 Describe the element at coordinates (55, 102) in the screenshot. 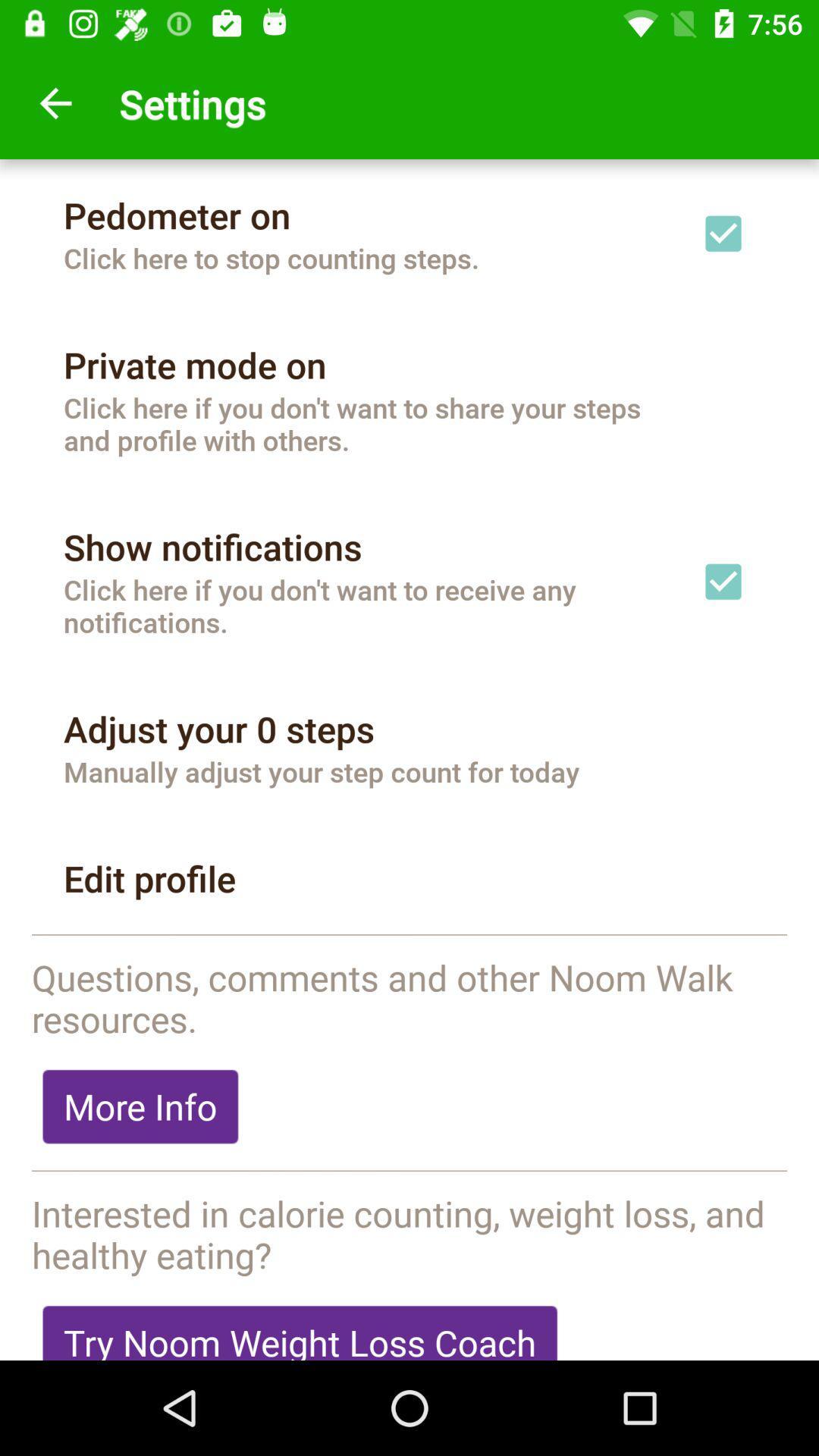

I see `icon next to settings icon` at that location.